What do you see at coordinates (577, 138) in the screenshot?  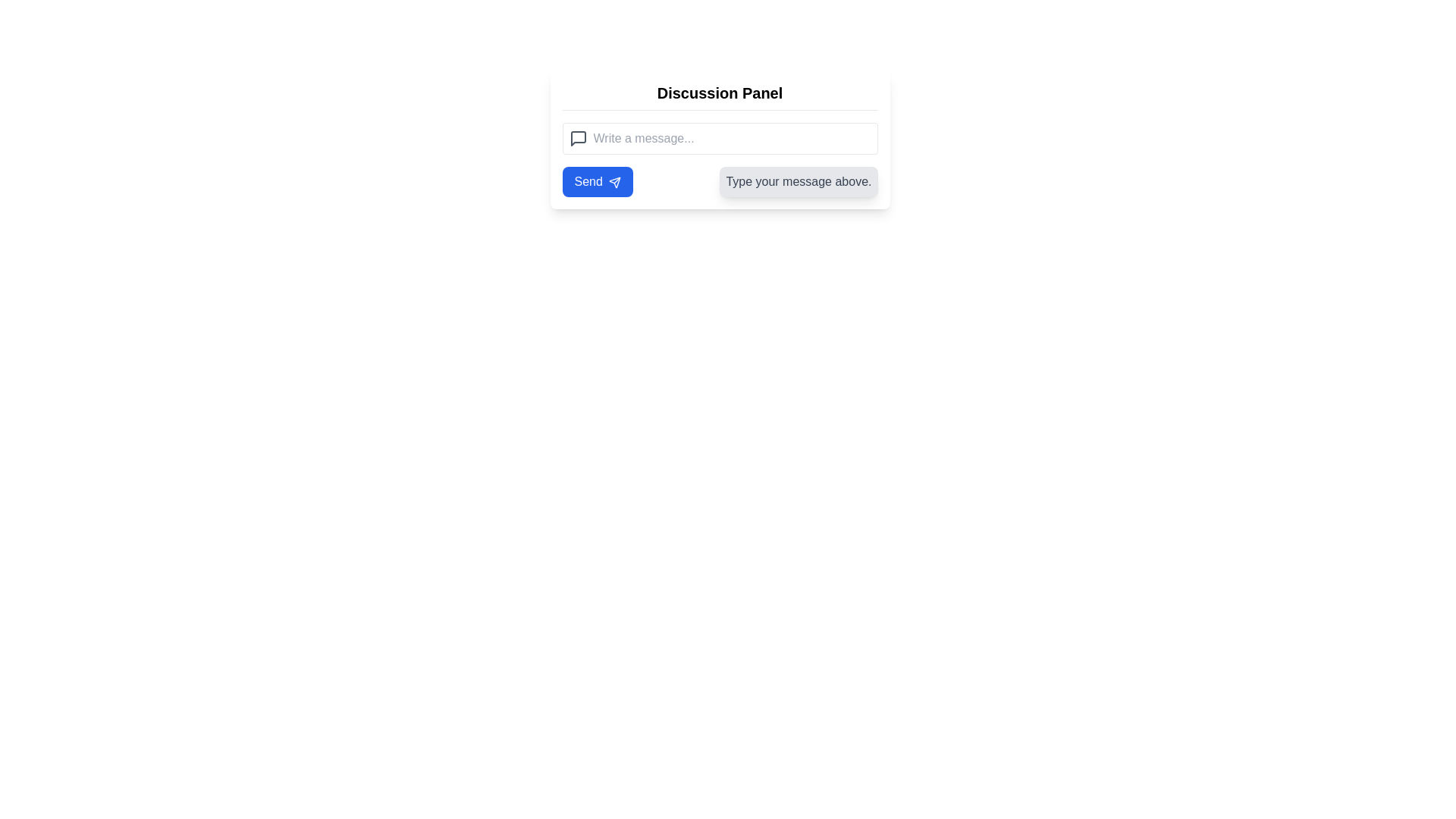 I see `the messaging icon located to the left of the 'Write a message...' text input field` at bounding box center [577, 138].